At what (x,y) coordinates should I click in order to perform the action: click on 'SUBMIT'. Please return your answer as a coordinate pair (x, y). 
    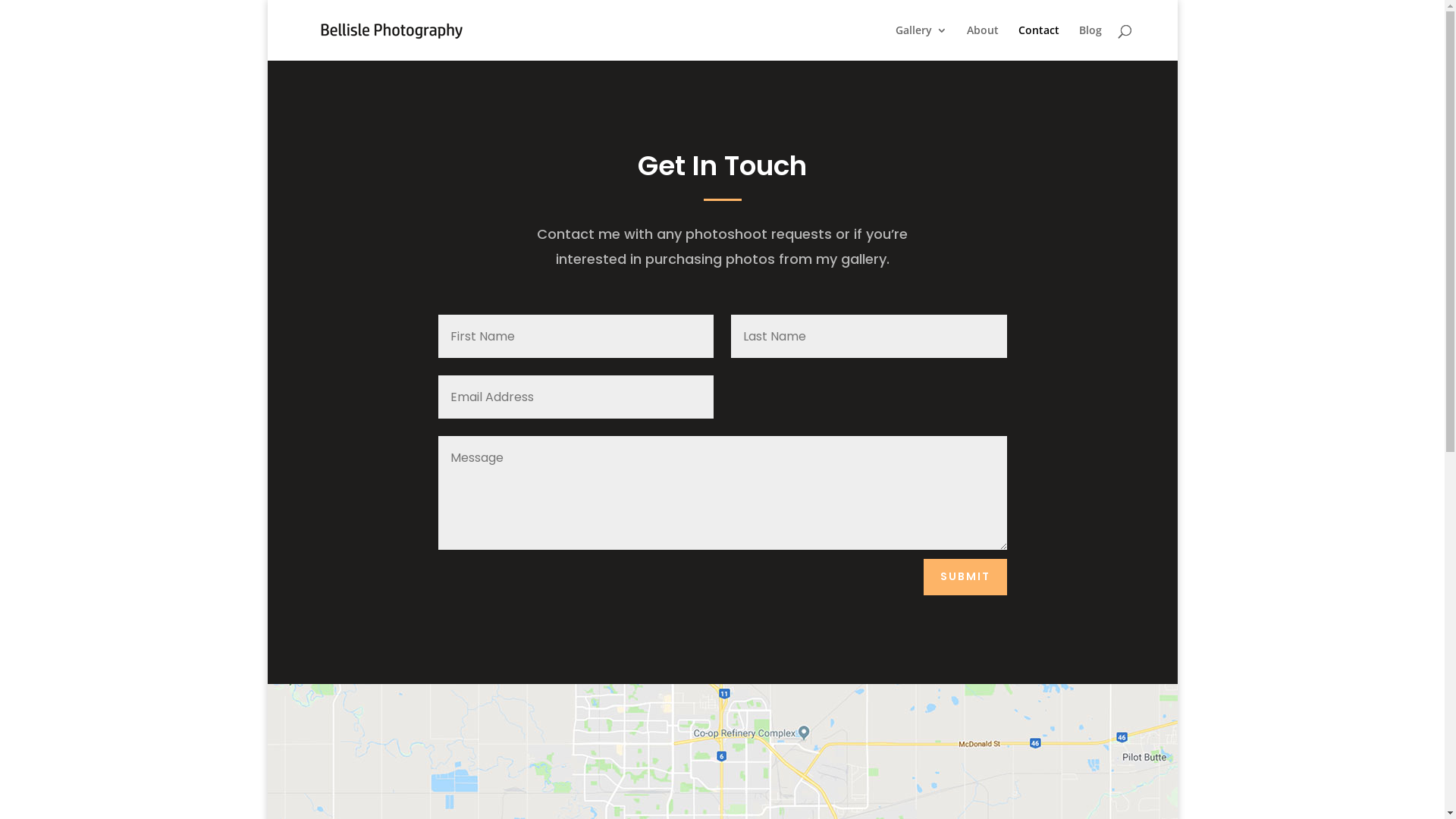
    Looking at the image, I should click on (923, 576).